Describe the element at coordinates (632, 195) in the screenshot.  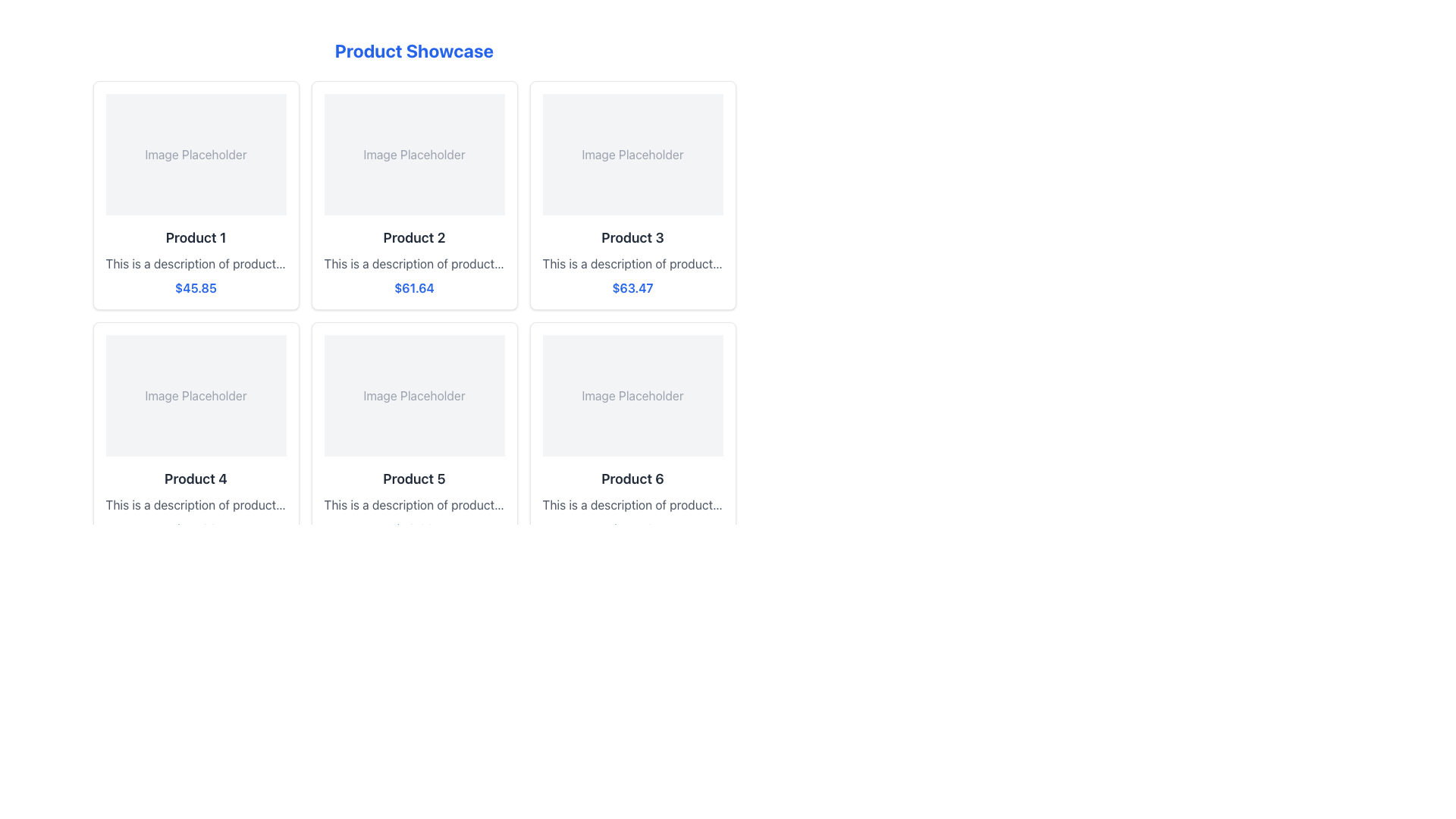
I see `the third product display card in the grid layout that showcases the product's name, description, and price` at that location.